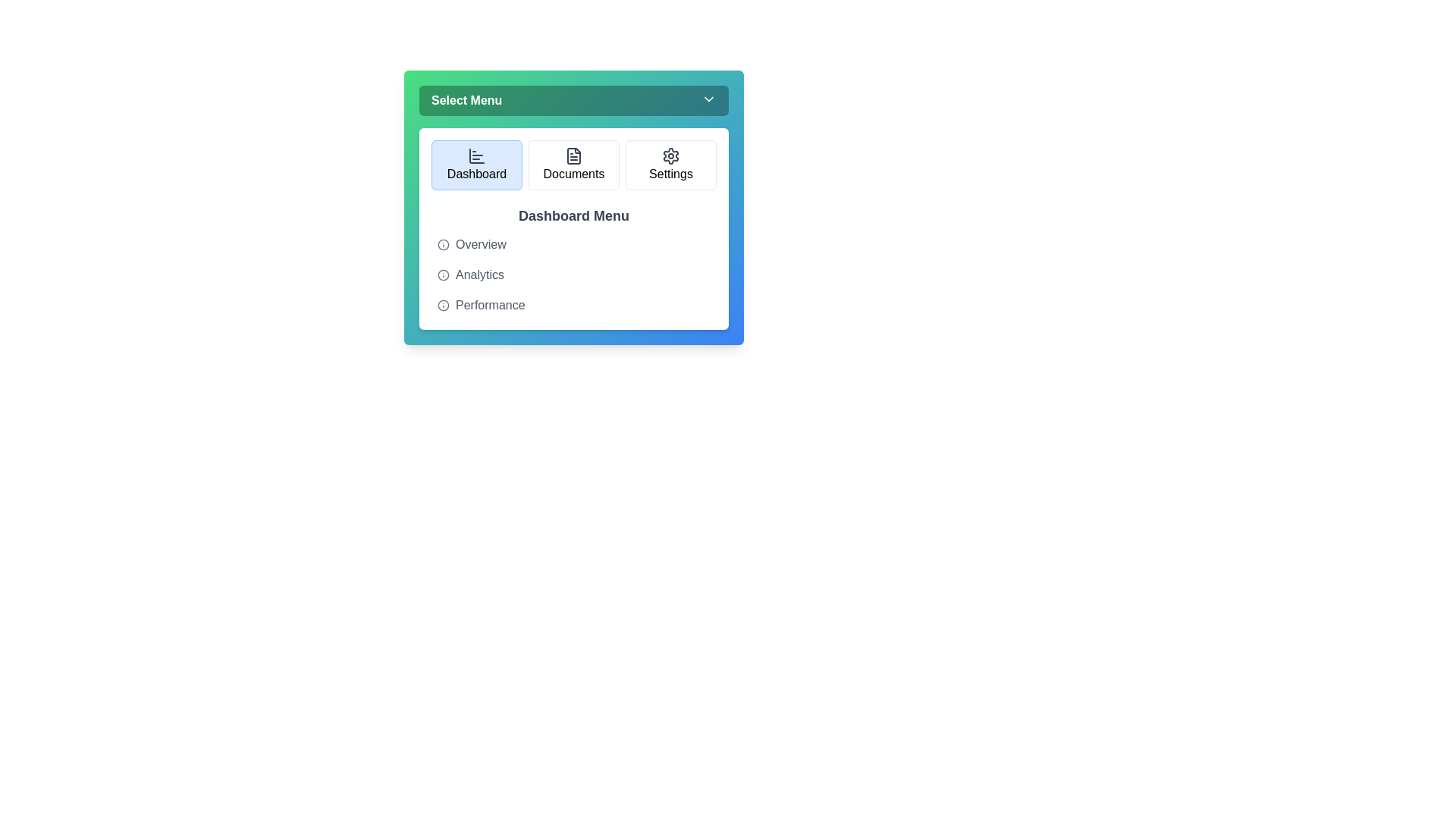 This screenshot has width=1456, height=819. Describe the element at coordinates (573, 244) in the screenshot. I see `the first menu item labeled 'Overview' in the vertical list of menu options` at that location.